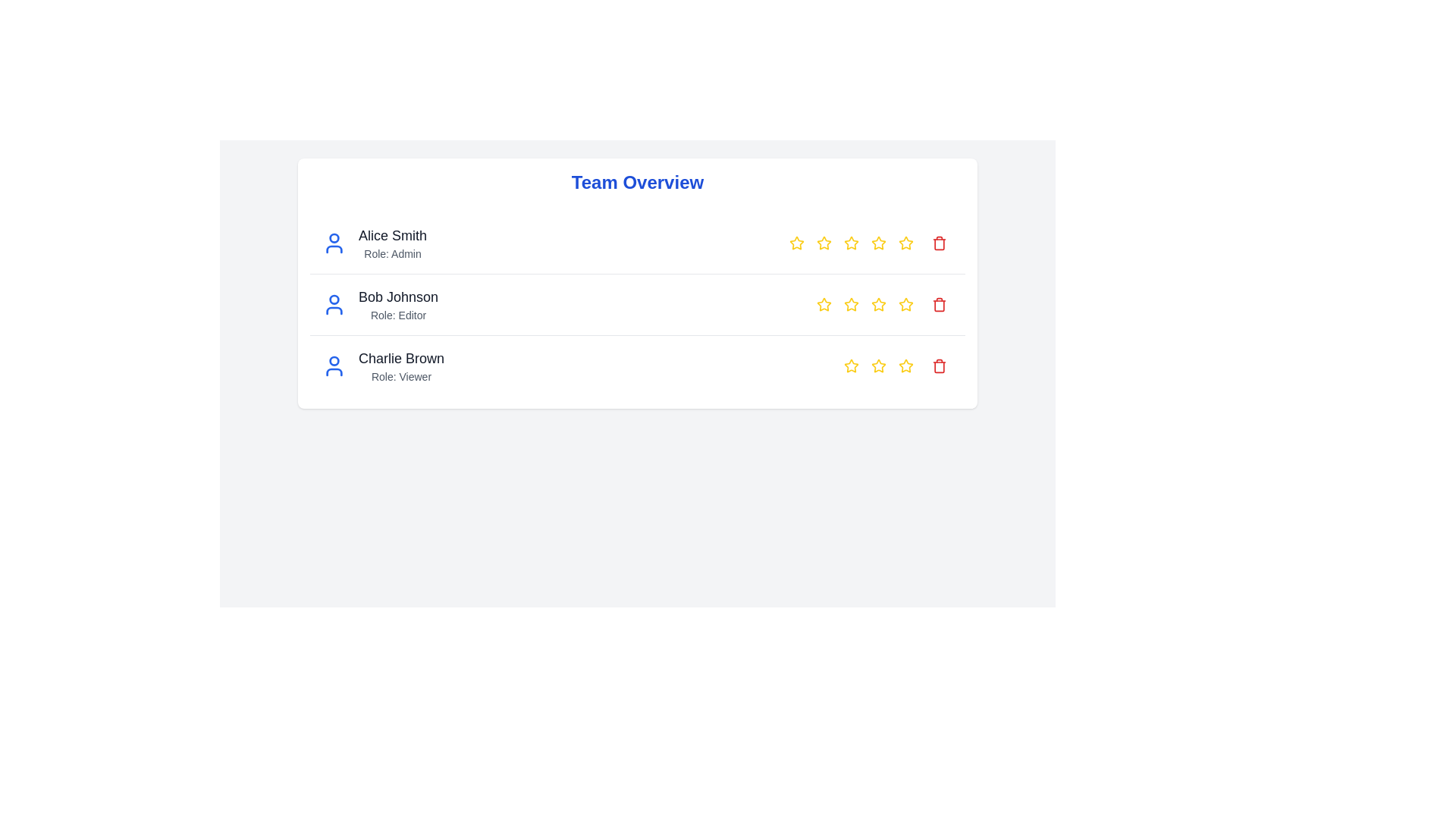  What do you see at coordinates (393, 242) in the screenshot?
I see `text label displaying user information, which shows 'Alice Smith' and 'Role: Admin' in a vertical layout, positioned in the first row of user information cards under 'Team Overview'` at bounding box center [393, 242].